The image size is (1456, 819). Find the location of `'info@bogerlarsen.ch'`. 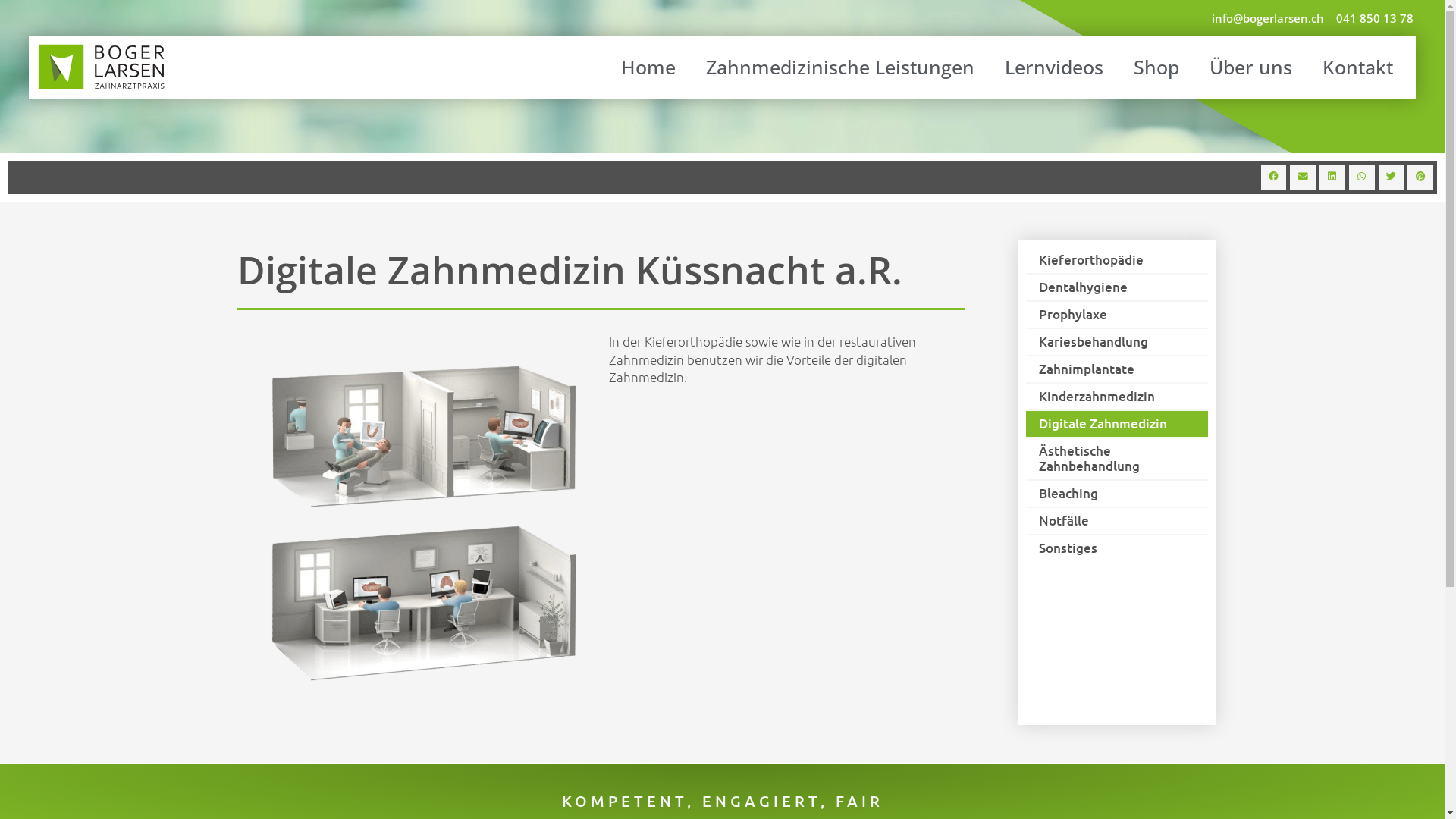

'info@bogerlarsen.ch' is located at coordinates (1267, 18).